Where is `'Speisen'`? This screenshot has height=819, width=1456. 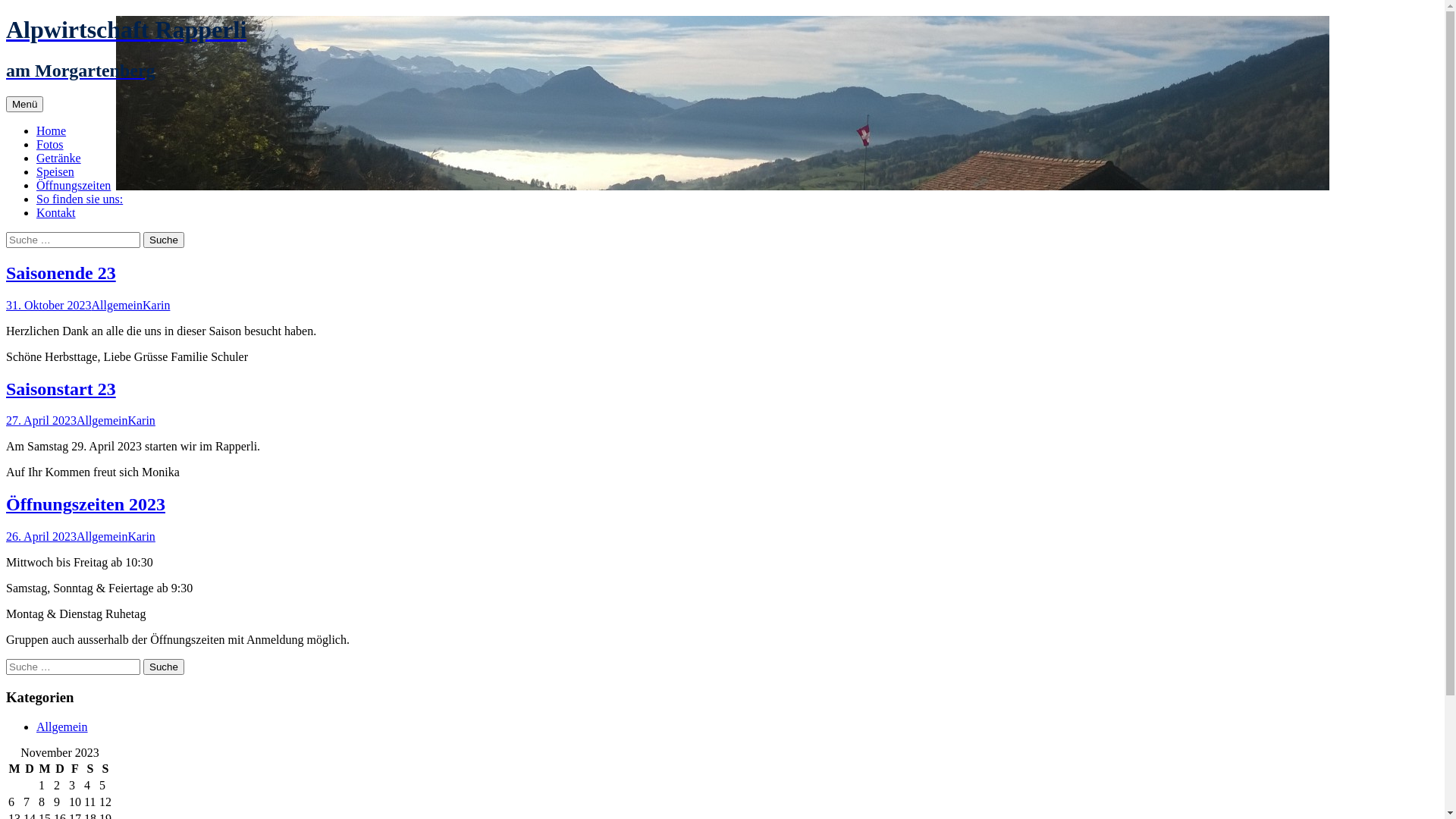 'Speisen' is located at coordinates (55, 171).